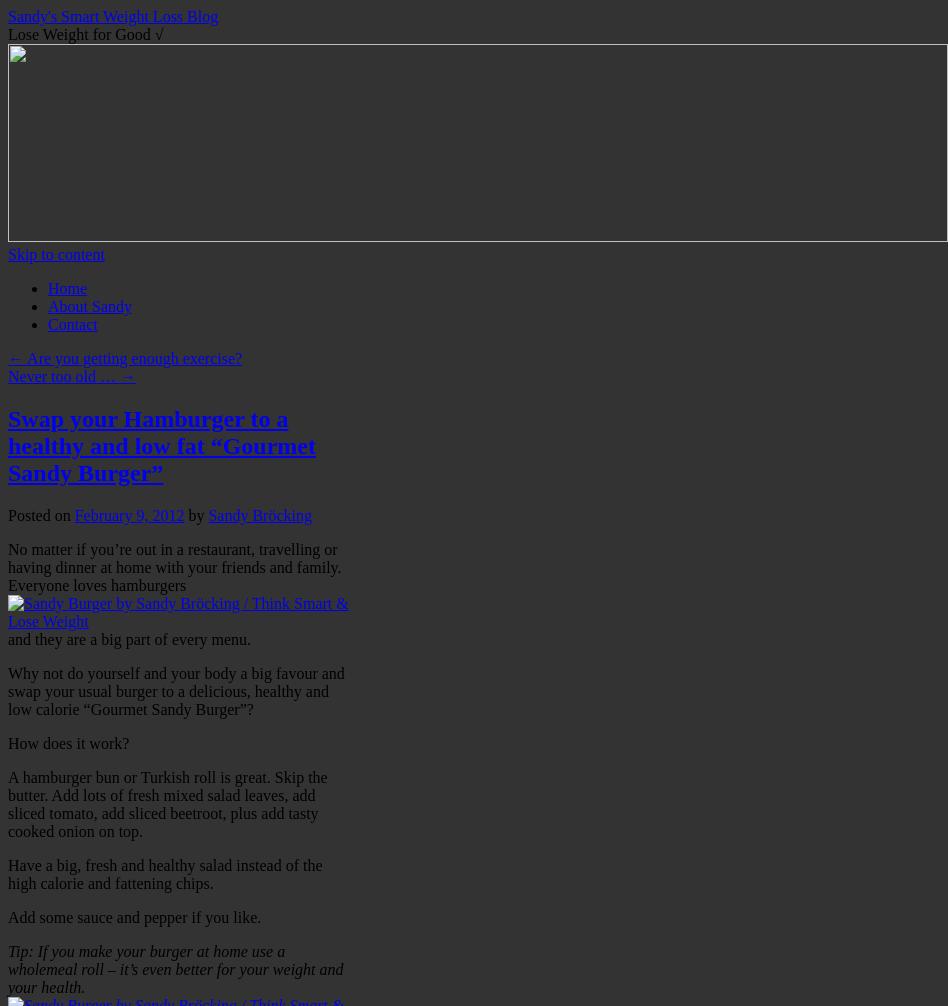 This screenshot has width=948, height=1006. What do you see at coordinates (85, 34) in the screenshot?
I see `'Lose Weight for Good √'` at bounding box center [85, 34].